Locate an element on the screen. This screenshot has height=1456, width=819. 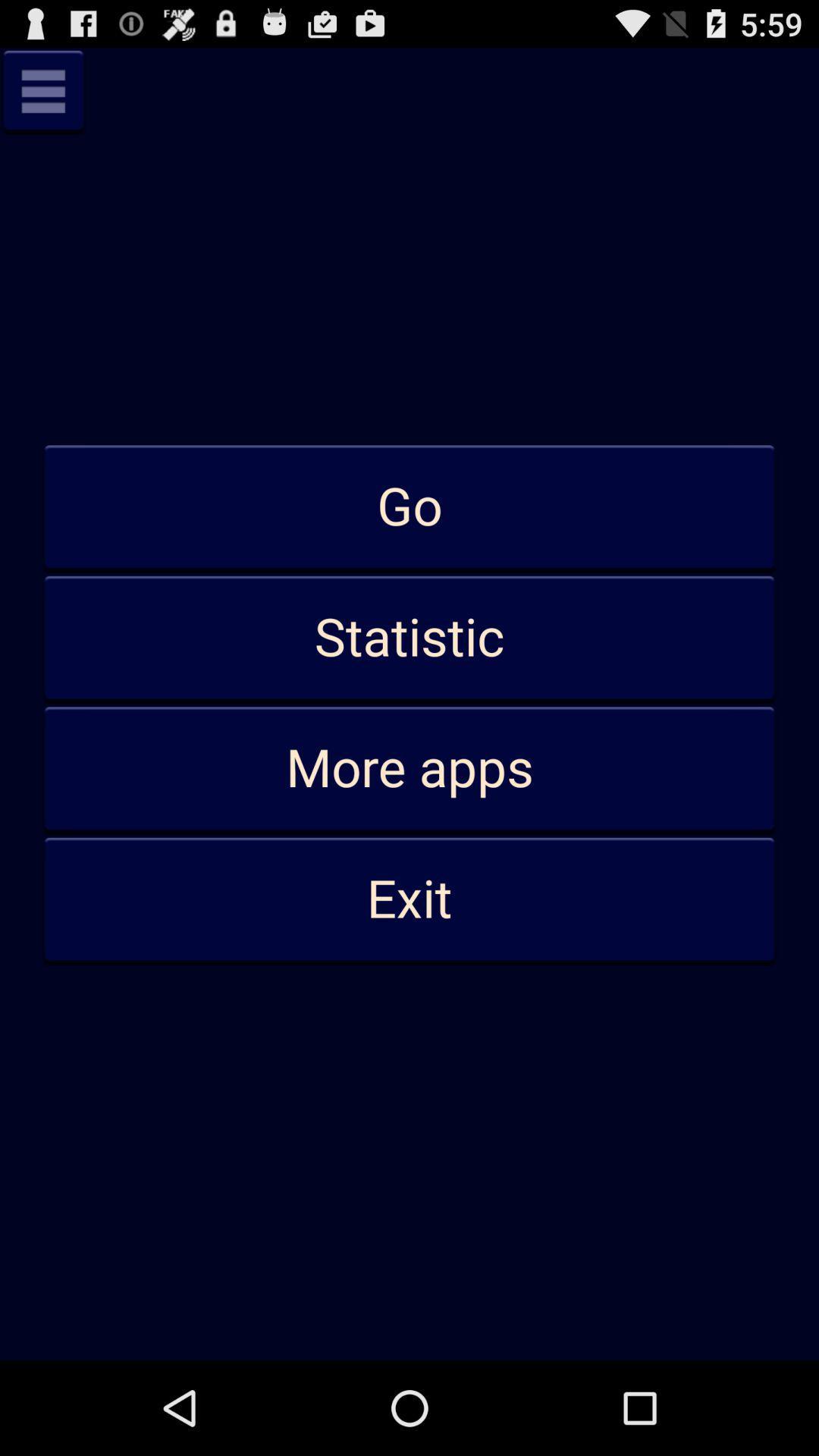
show menu is located at coordinates (42, 90).